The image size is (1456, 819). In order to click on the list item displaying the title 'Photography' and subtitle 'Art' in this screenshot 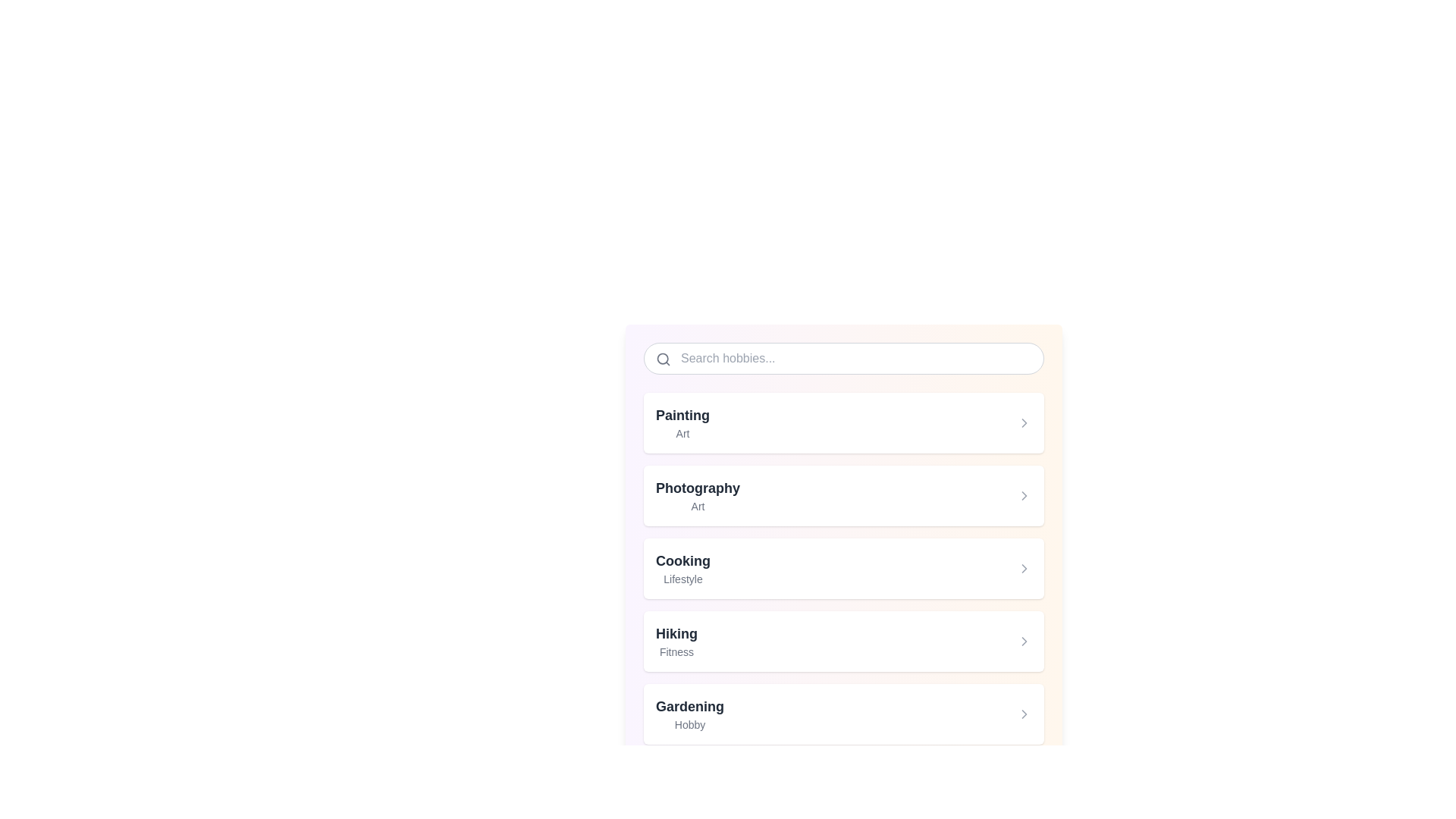, I will do `click(697, 496)`.